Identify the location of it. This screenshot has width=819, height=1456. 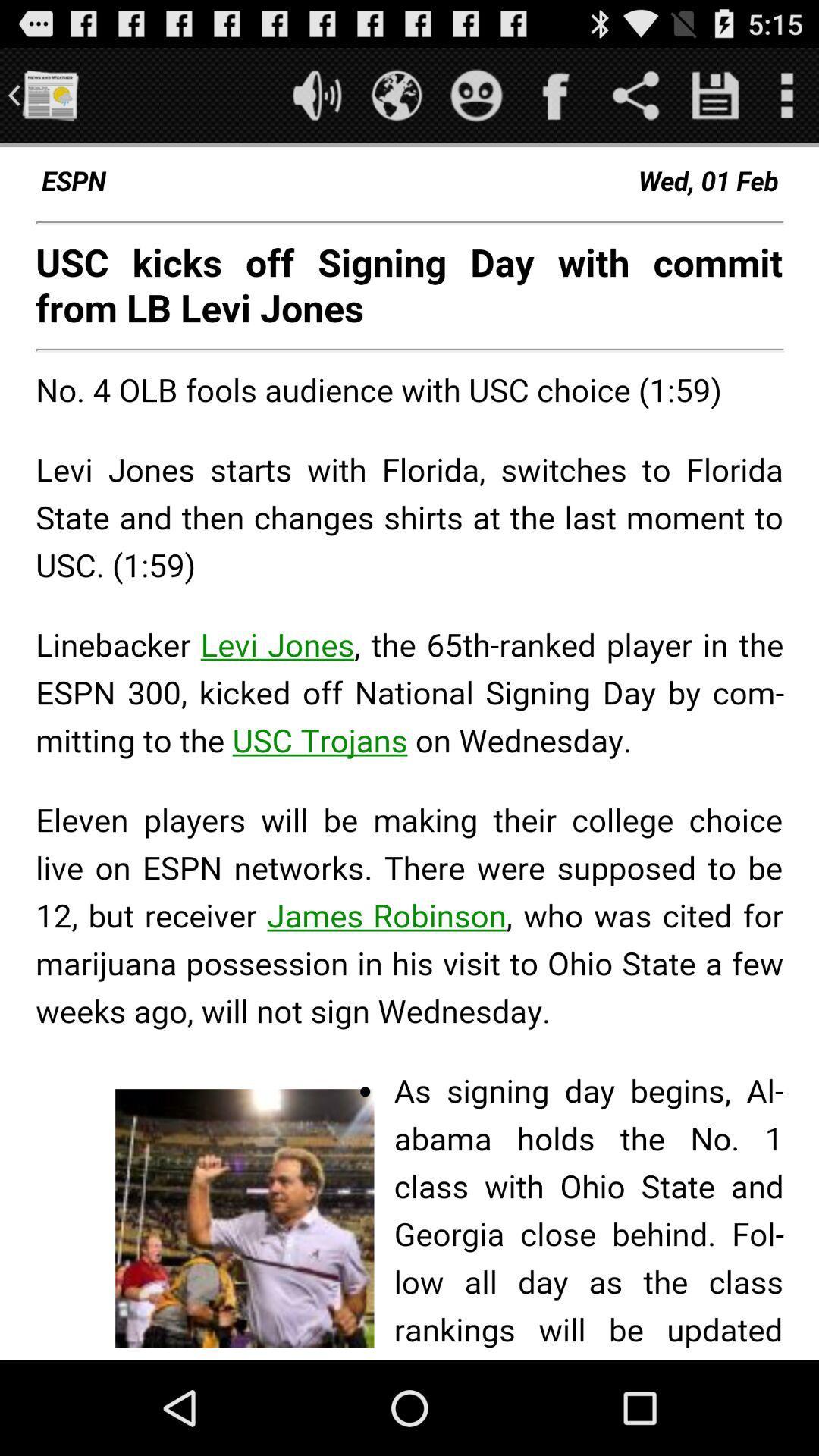
(715, 94).